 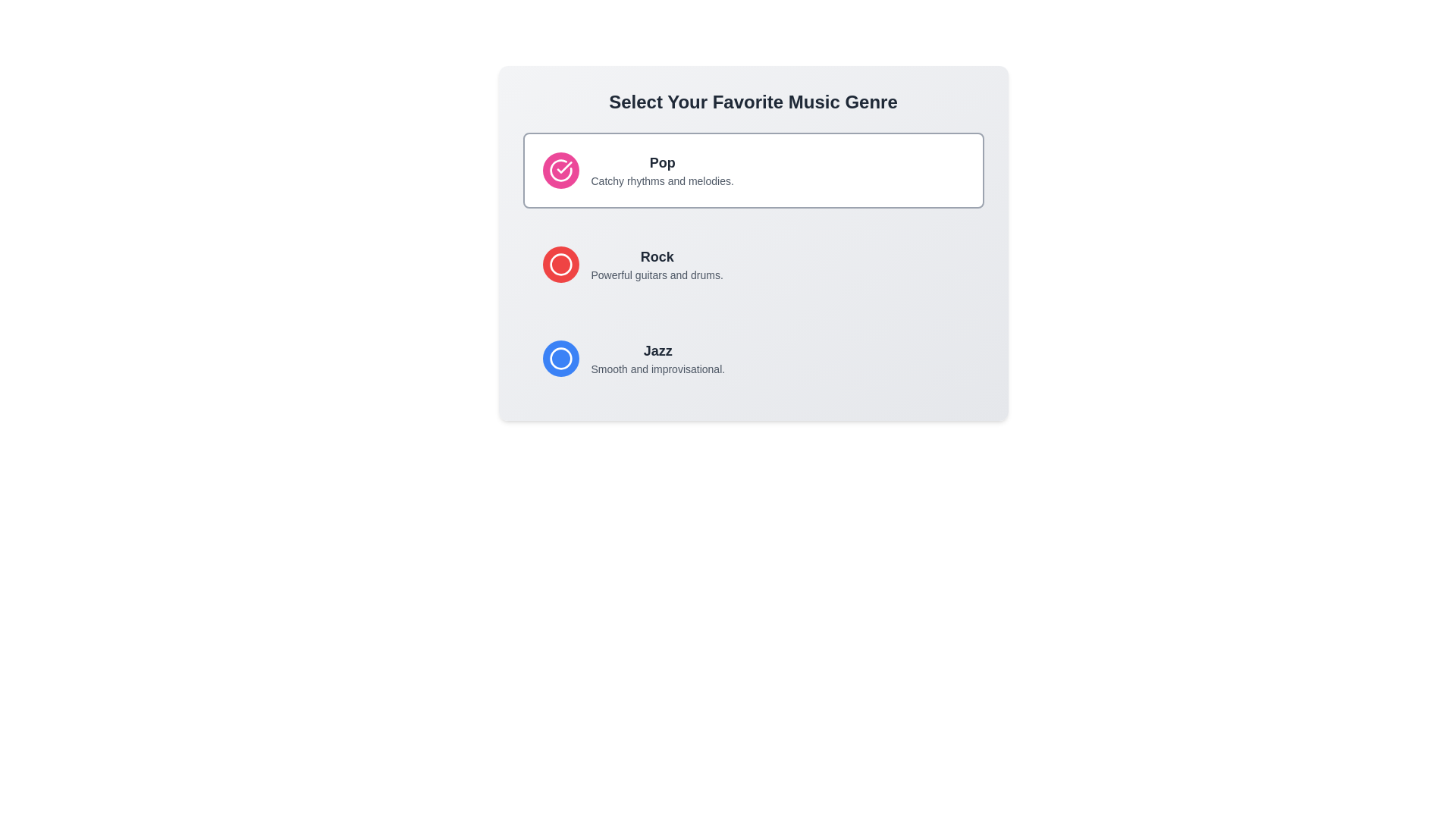 I want to click on the 'Rock' music genre selection icon, which serves as a visual indicator for users and is located slightly to the left of the text label 'Rock', so click(x=560, y=263).